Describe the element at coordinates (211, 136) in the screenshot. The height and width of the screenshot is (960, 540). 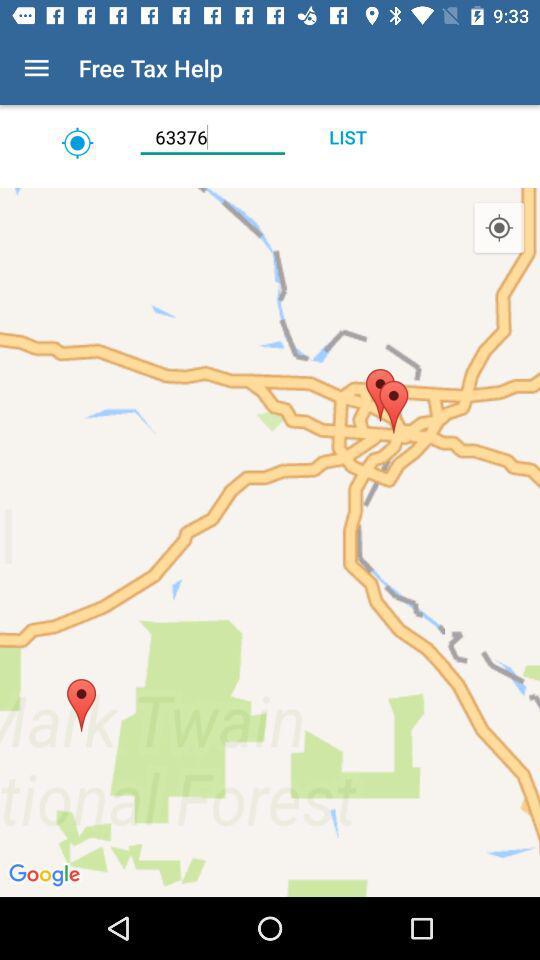
I see `the 63376 icon` at that location.